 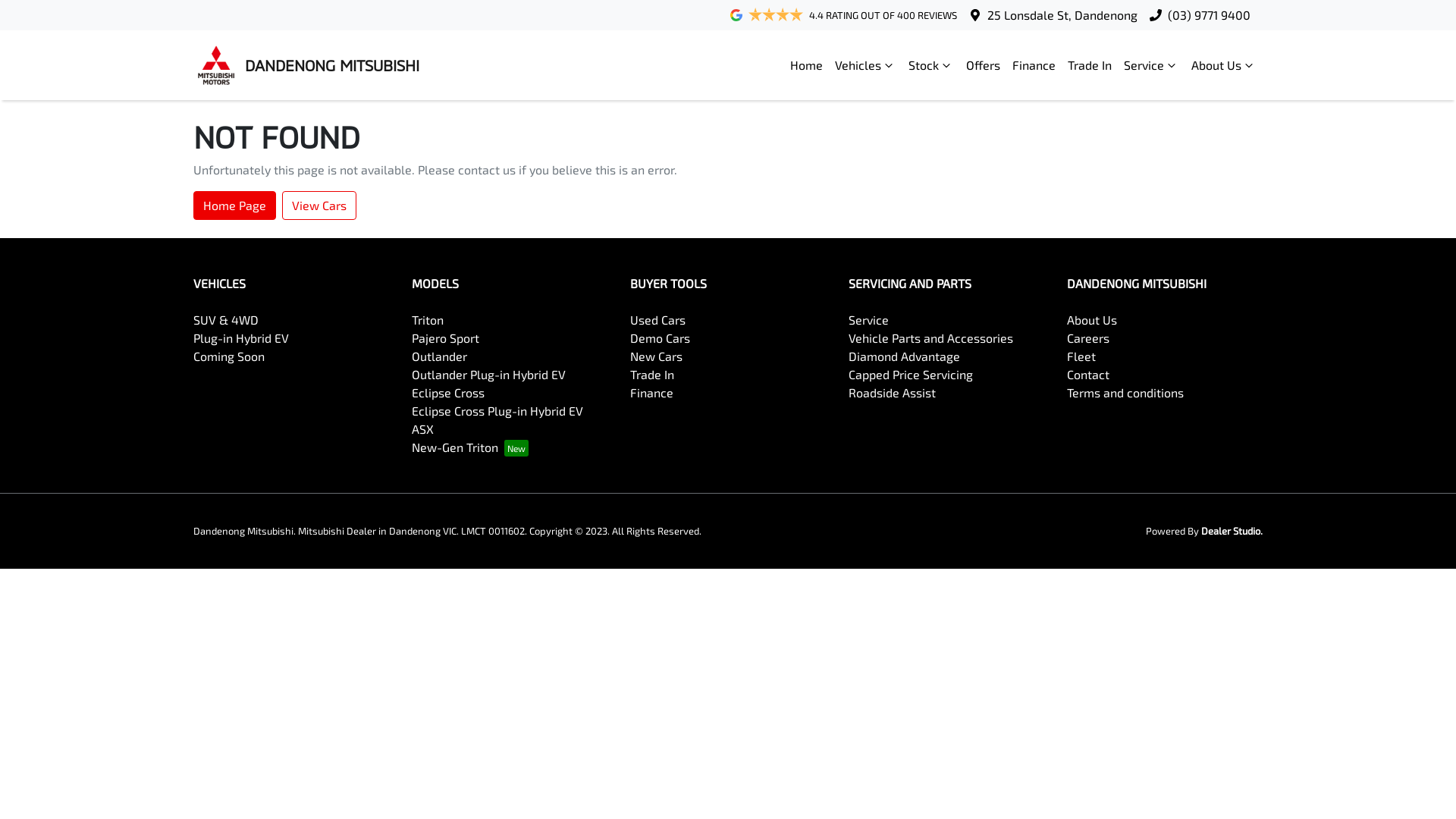 I want to click on 'Diamond Advantage', so click(x=904, y=356).